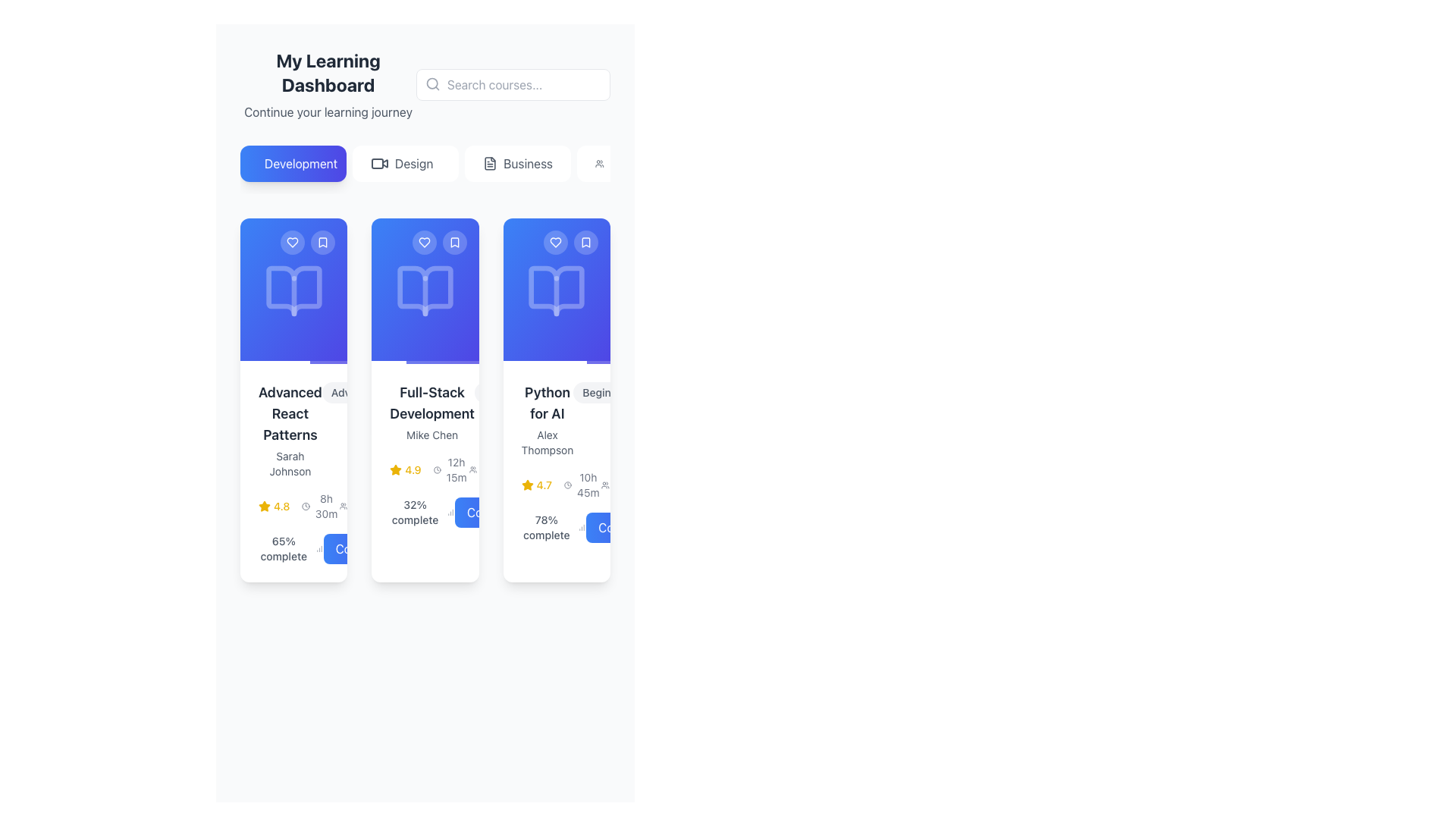 The image size is (1456, 819). Describe the element at coordinates (431, 403) in the screenshot. I see `title text located in the second card of a three-card horizontal layout, positioned above the text 'Mike Chen' and below the icon at the top of the card` at that location.